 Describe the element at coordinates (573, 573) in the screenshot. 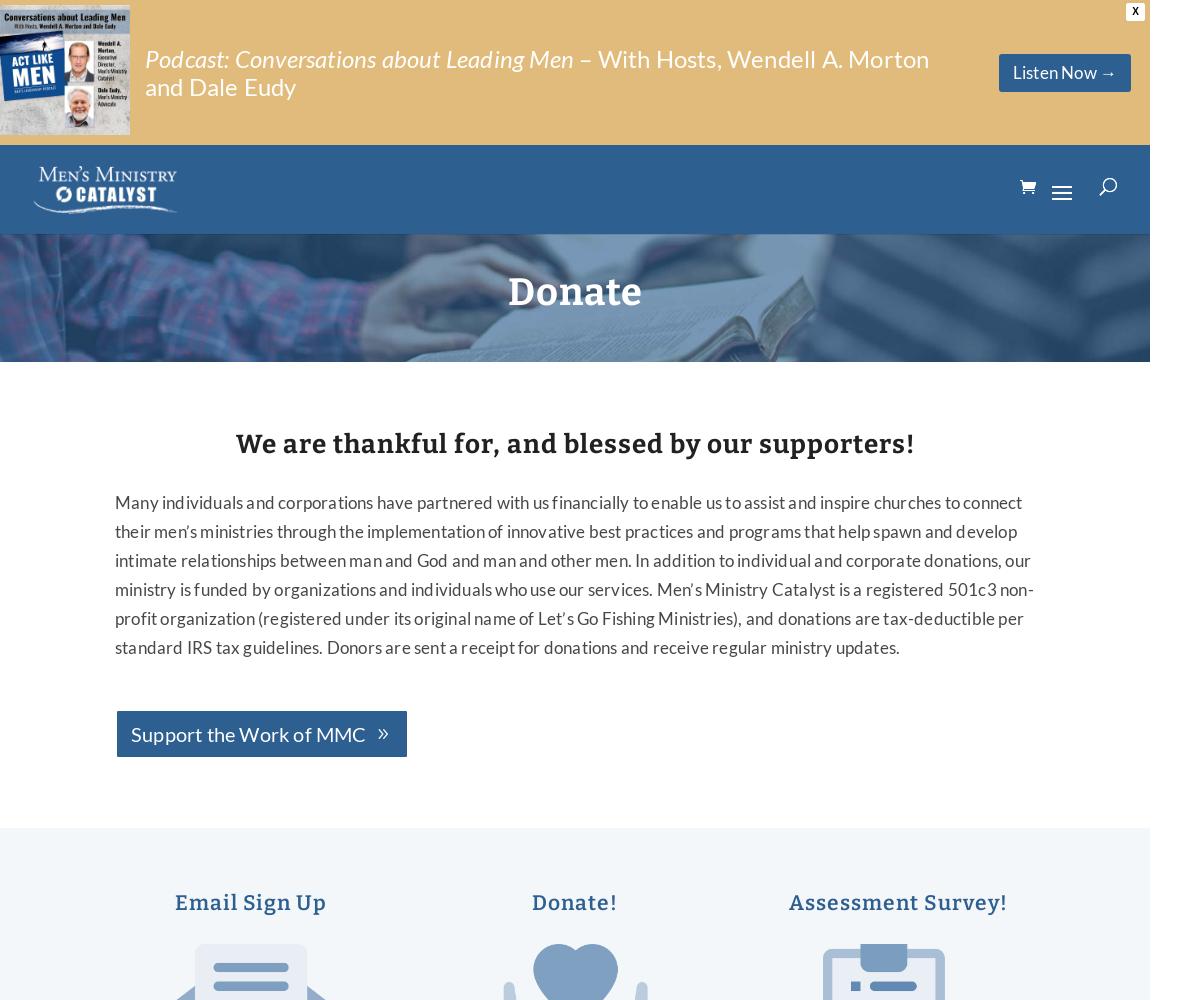

I see `'Many individuals and corporations have partnered with us financially to enable us to assist and inspire churches to connect their men’s ministries through the implementation of innovative best practices and programs that help spawn and develop intimate relationships between man and God and man and other men. In addition to individual and corporate donations, our ministry is funded by organizations and individuals who use our services. Men’s Ministry Catalyst is a registered 501c3 non-profit organization (registered under its original name of Let’s Go Fishing Ministries), and donations are tax-deductible per standard IRS tax guidelines. Donors are sent a receipt for donations and receive regular ministry updates.'` at that location.